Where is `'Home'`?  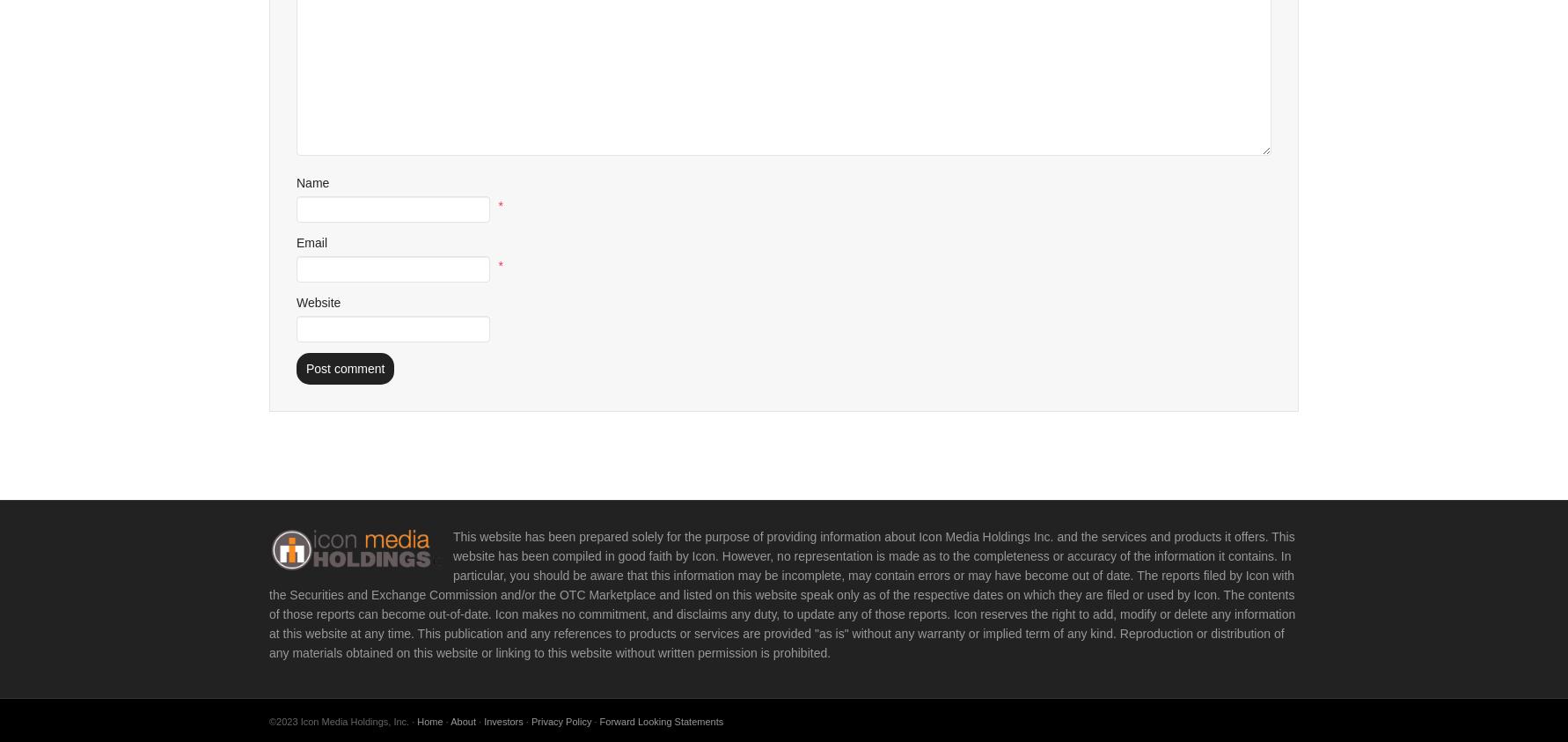
'Home' is located at coordinates (429, 720).